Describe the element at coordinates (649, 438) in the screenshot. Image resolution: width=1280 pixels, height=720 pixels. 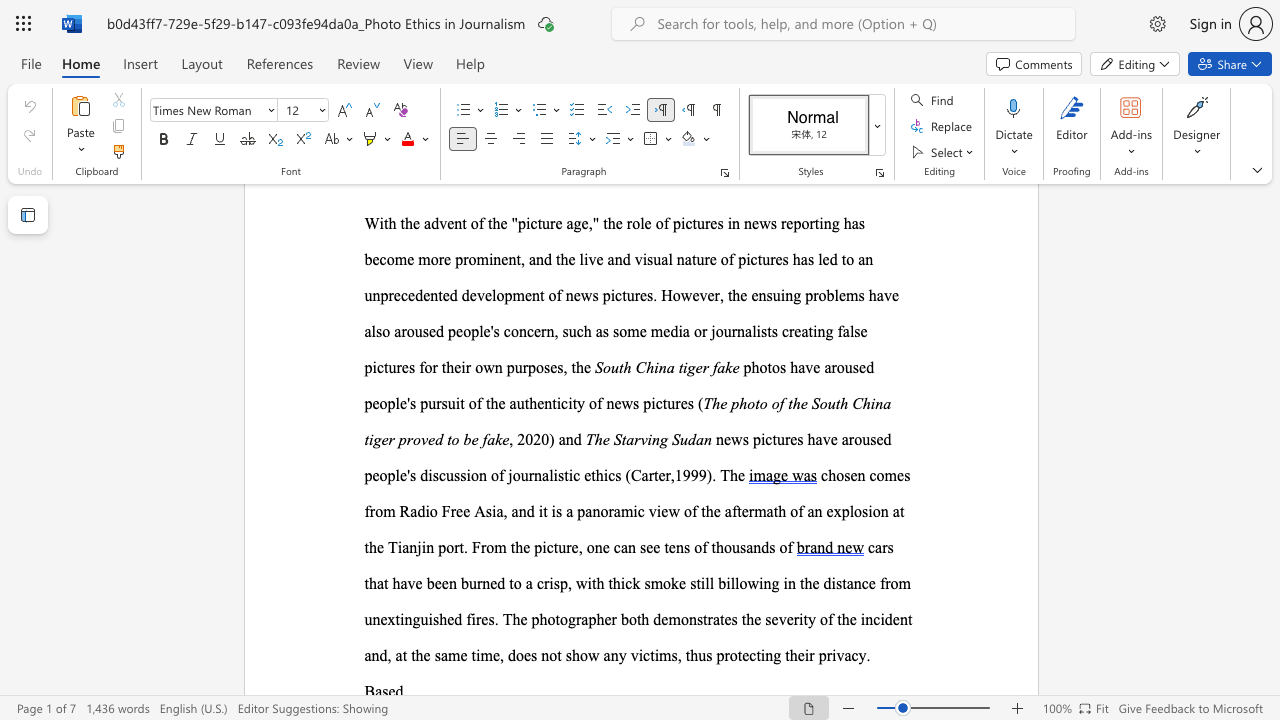
I see `the 1th character "i" in the text` at that location.